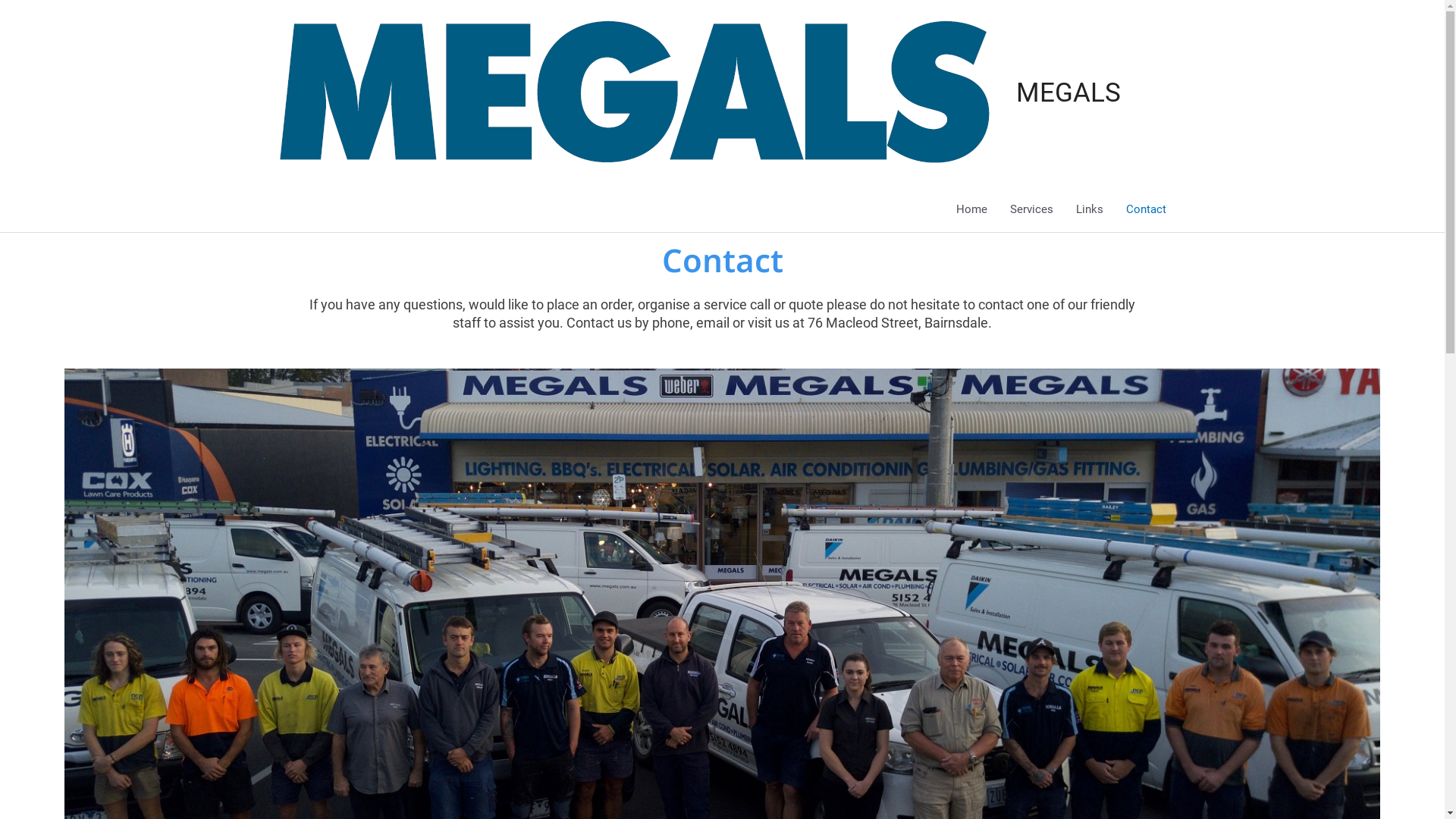 The height and width of the screenshot is (819, 1456). What do you see at coordinates (1146, 209) in the screenshot?
I see `'Contact'` at bounding box center [1146, 209].